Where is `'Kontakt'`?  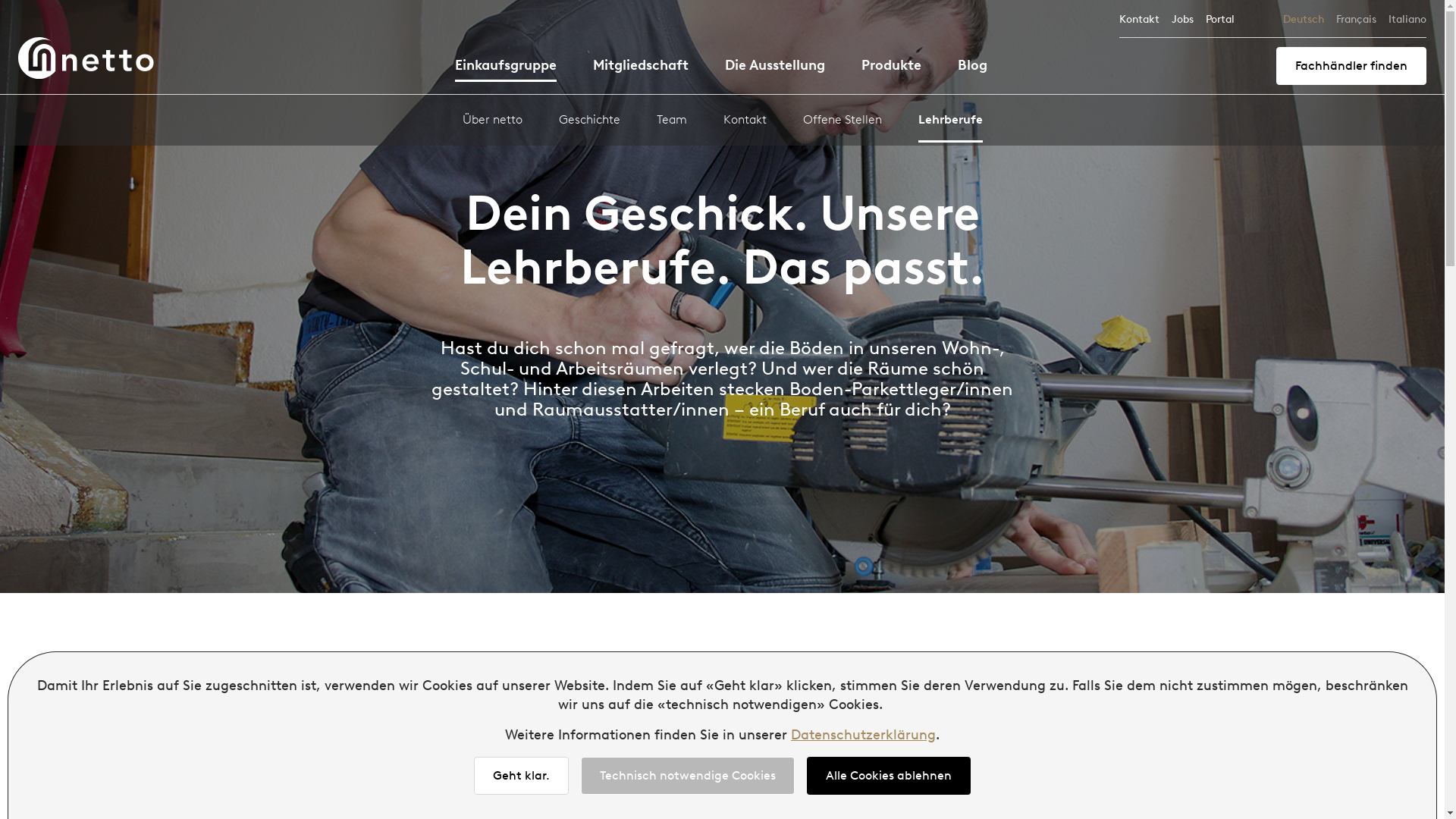 'Kontakt' is located at coordinates (723, 124).